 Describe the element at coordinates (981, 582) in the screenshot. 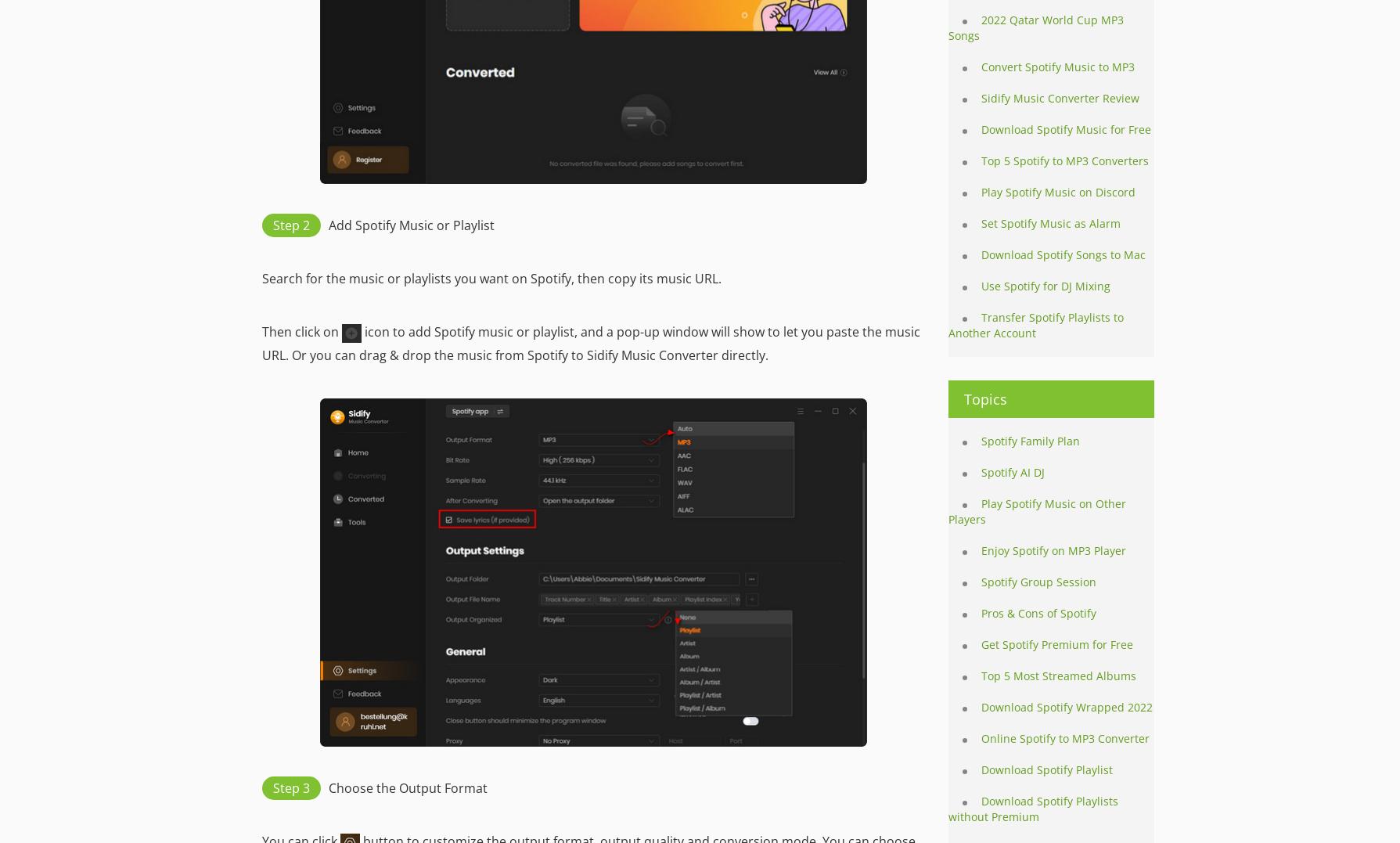

I see `'Spotify Group Session'` at that location.